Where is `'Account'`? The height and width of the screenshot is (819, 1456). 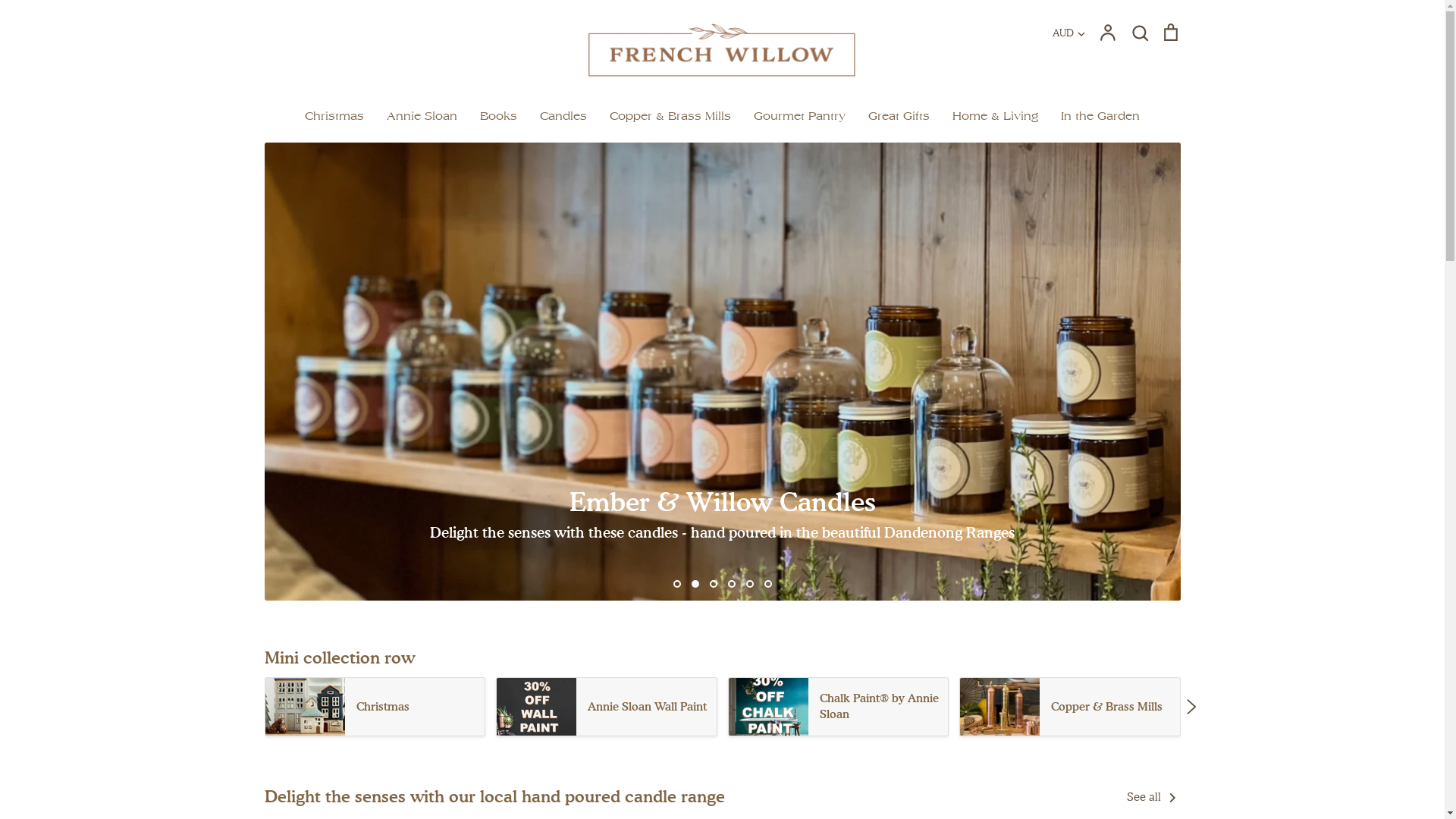 'Account' is located at coordinates (1098, 32).